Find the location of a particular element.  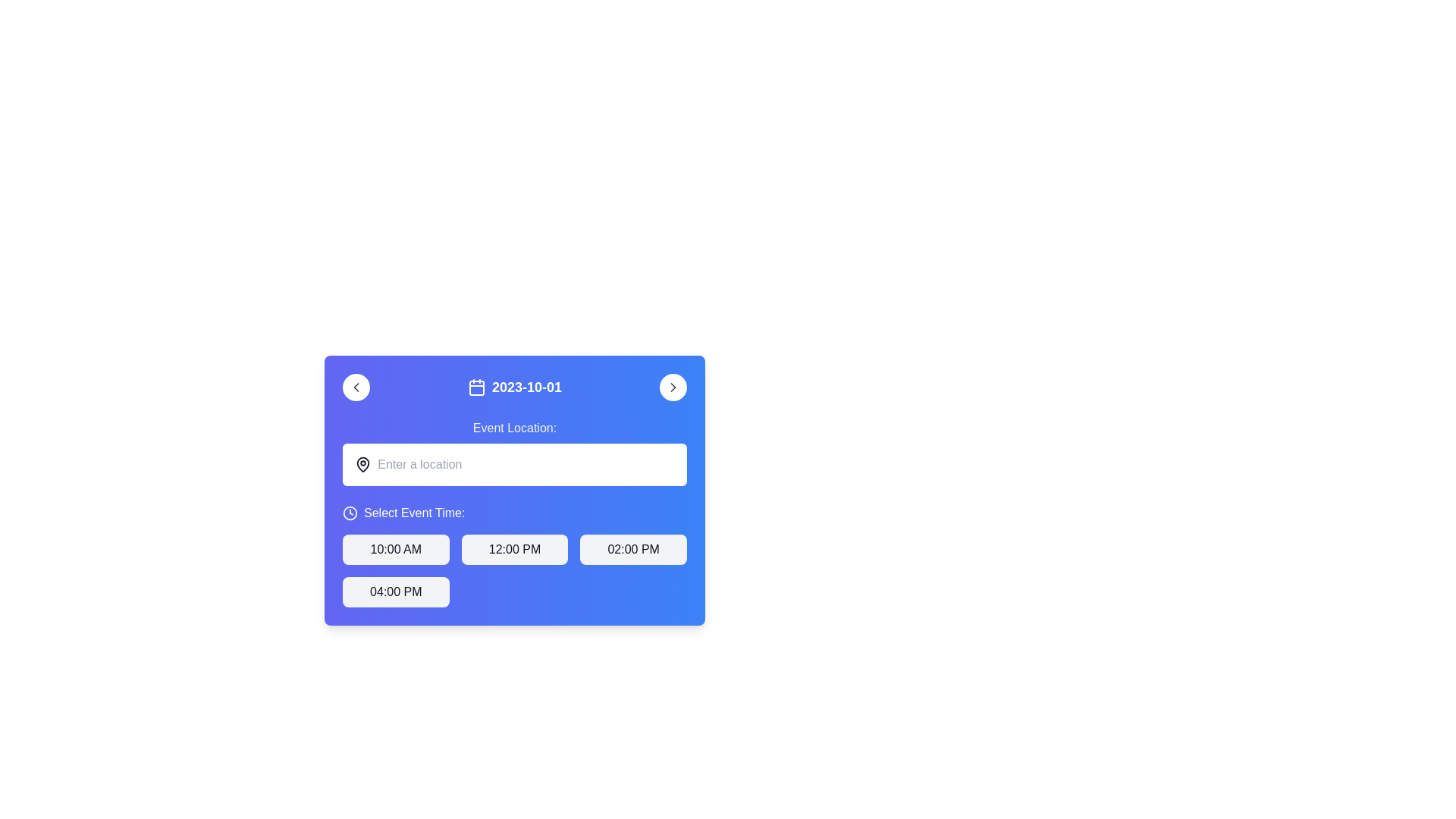

the '12:00 PM' button located in the grid under 'Select Event Time:' for keyboard navigation is located at coordinates (514, 555).